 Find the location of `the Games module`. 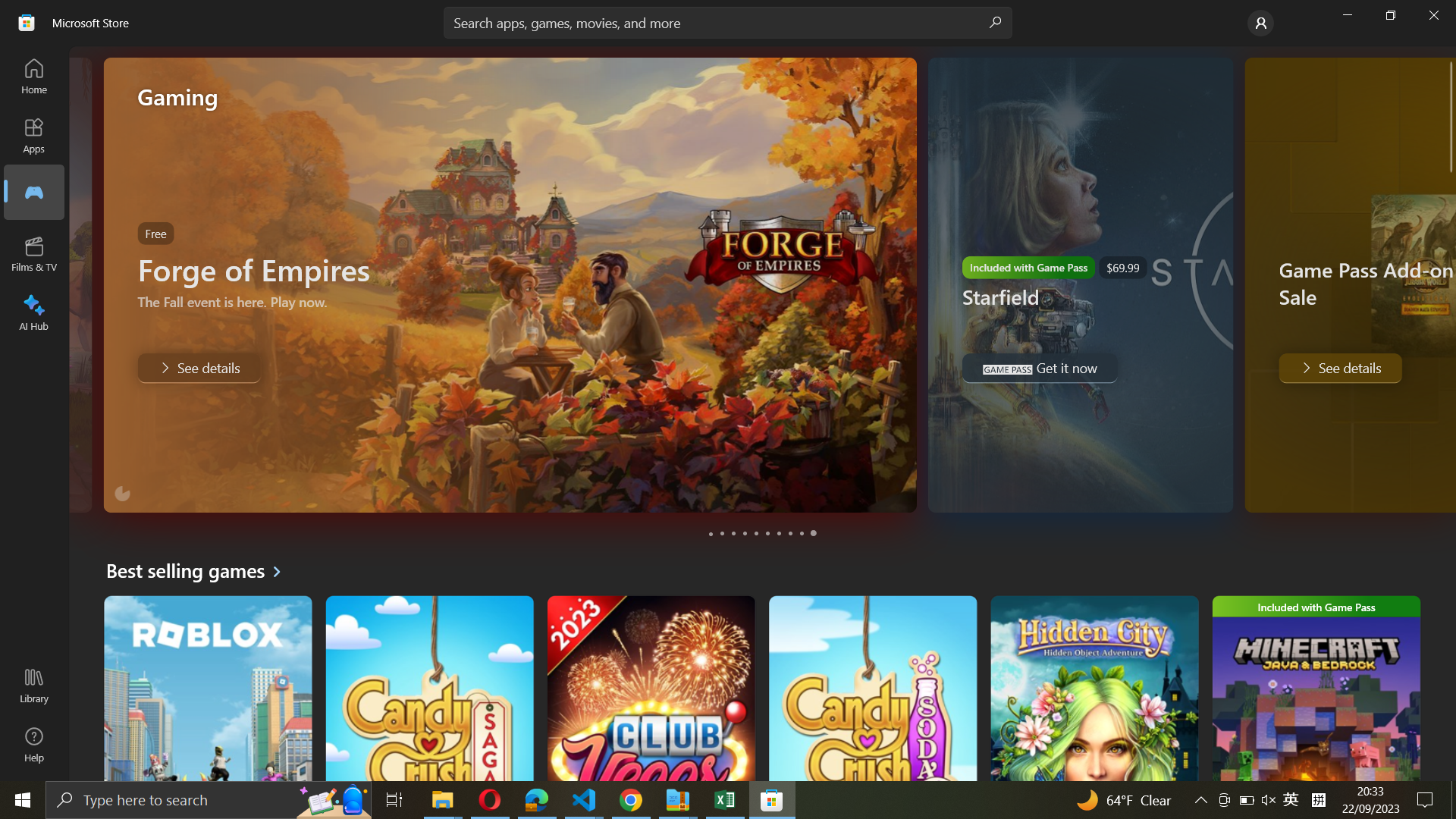

the Games module is located at coordinates (33, 191).